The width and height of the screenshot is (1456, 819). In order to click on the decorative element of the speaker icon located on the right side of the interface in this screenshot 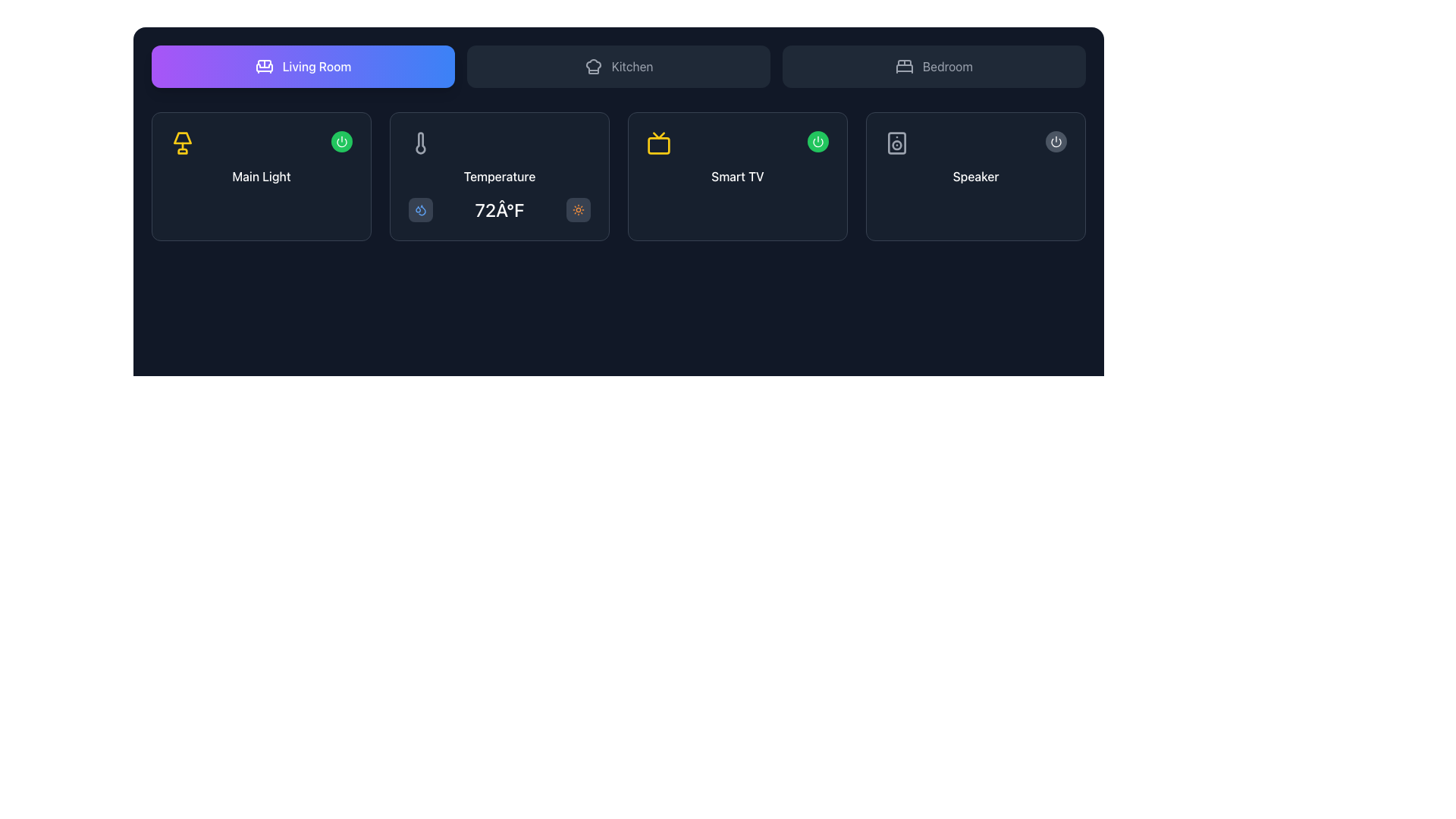, I will do `click(896, 143)`.